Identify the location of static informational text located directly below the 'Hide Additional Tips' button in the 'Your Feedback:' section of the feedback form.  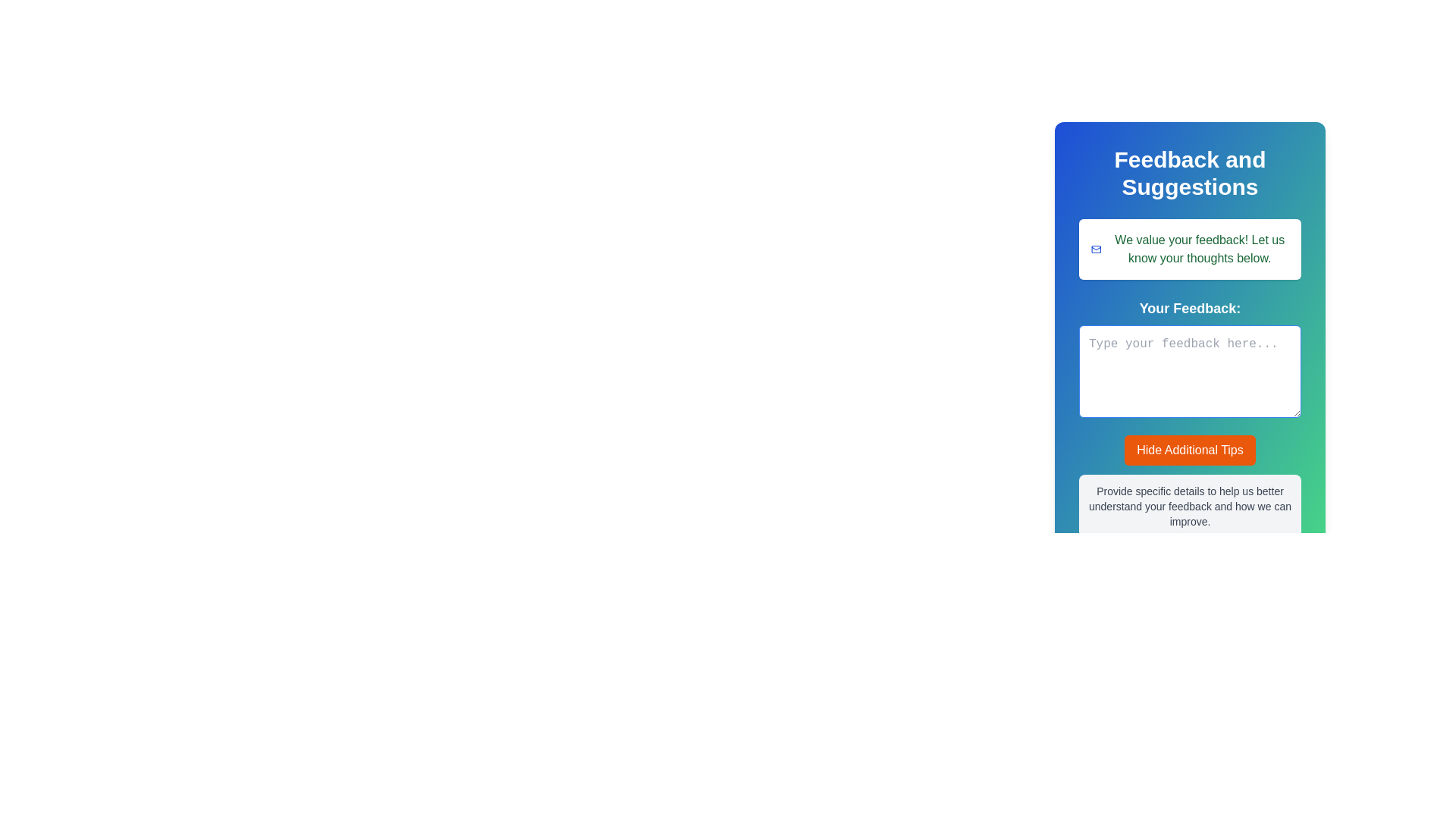
(1189, 486).